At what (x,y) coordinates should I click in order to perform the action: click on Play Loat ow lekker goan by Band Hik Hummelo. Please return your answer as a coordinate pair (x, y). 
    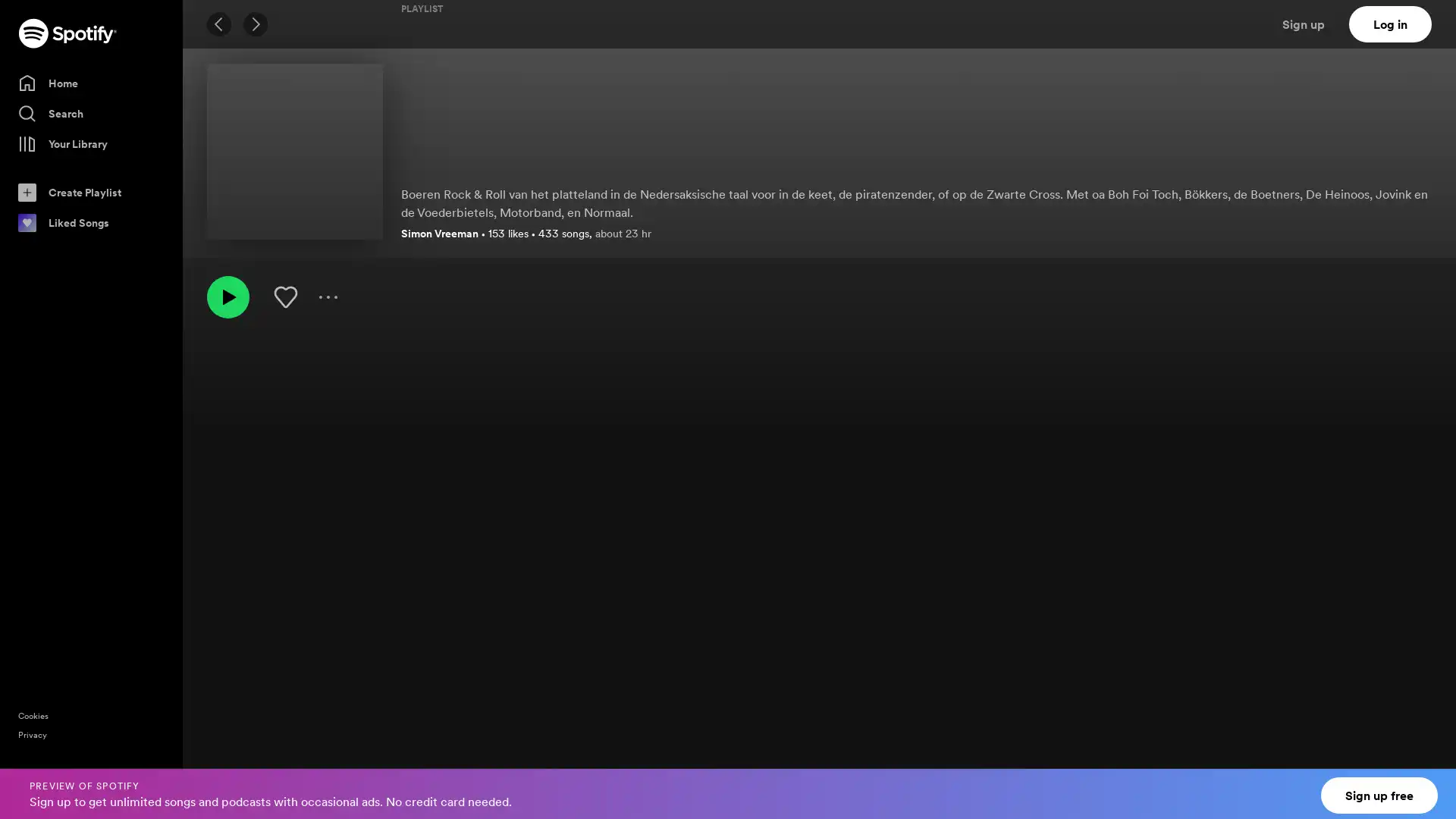
    Looking at the image, I should click on (225, 483).